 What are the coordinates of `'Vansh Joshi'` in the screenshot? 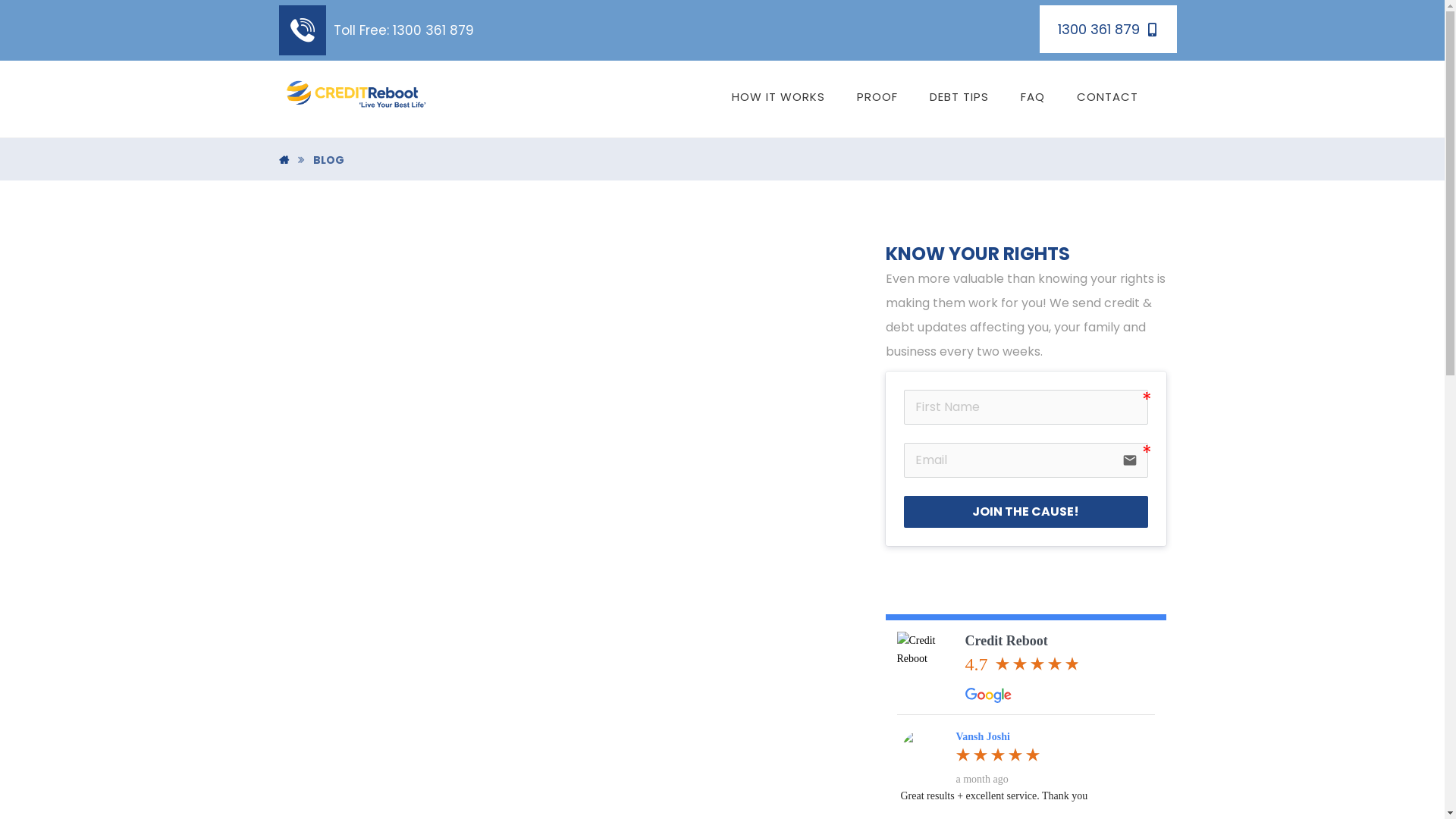 It's located at (982, 736).